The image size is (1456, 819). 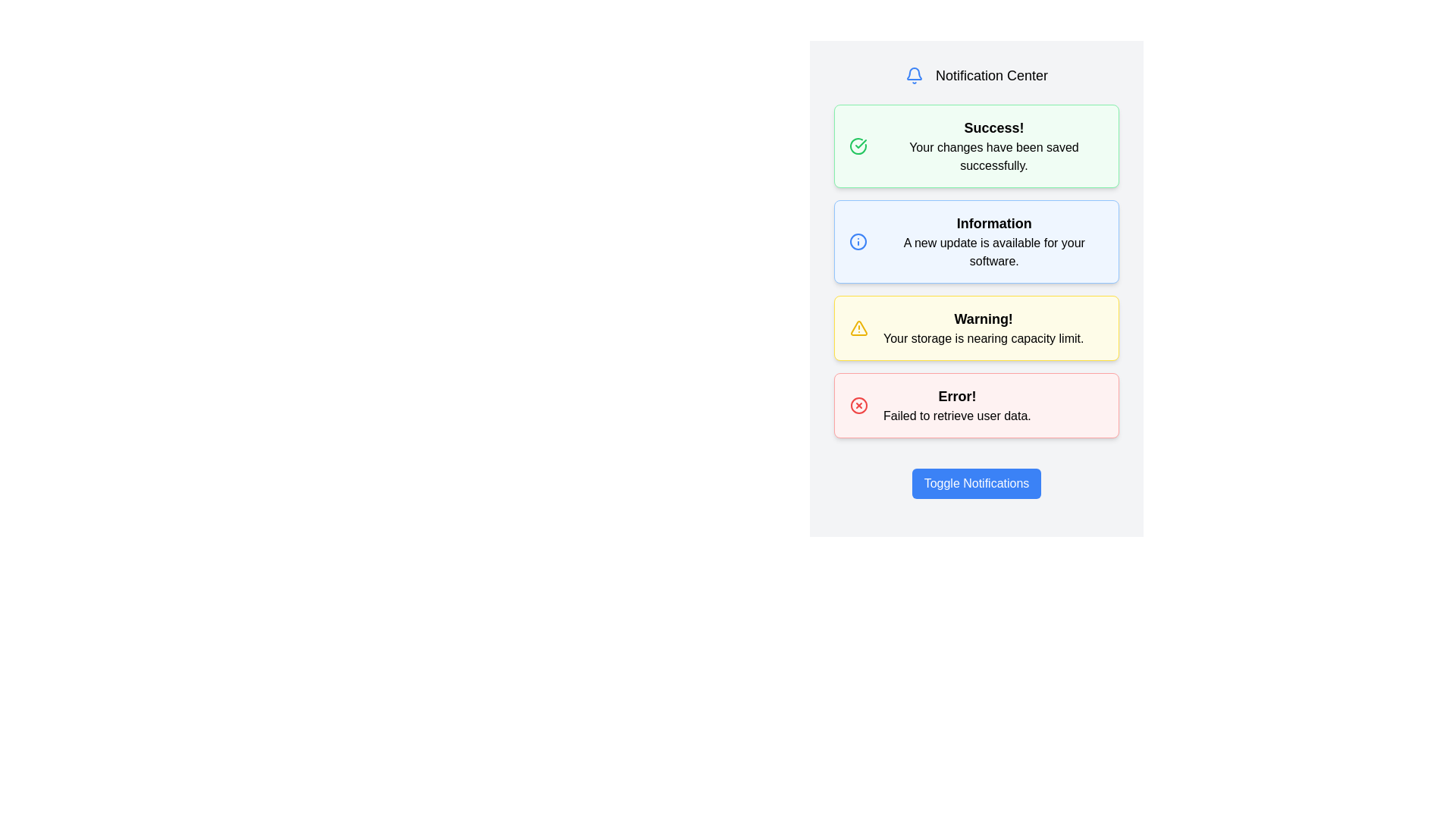 I want to click on the green circular icon with a checkmark located in the top-left of the green-highlighted 'Success!' notification area, which indicates that changes have been saved successfully, so click(x=858, y=146).